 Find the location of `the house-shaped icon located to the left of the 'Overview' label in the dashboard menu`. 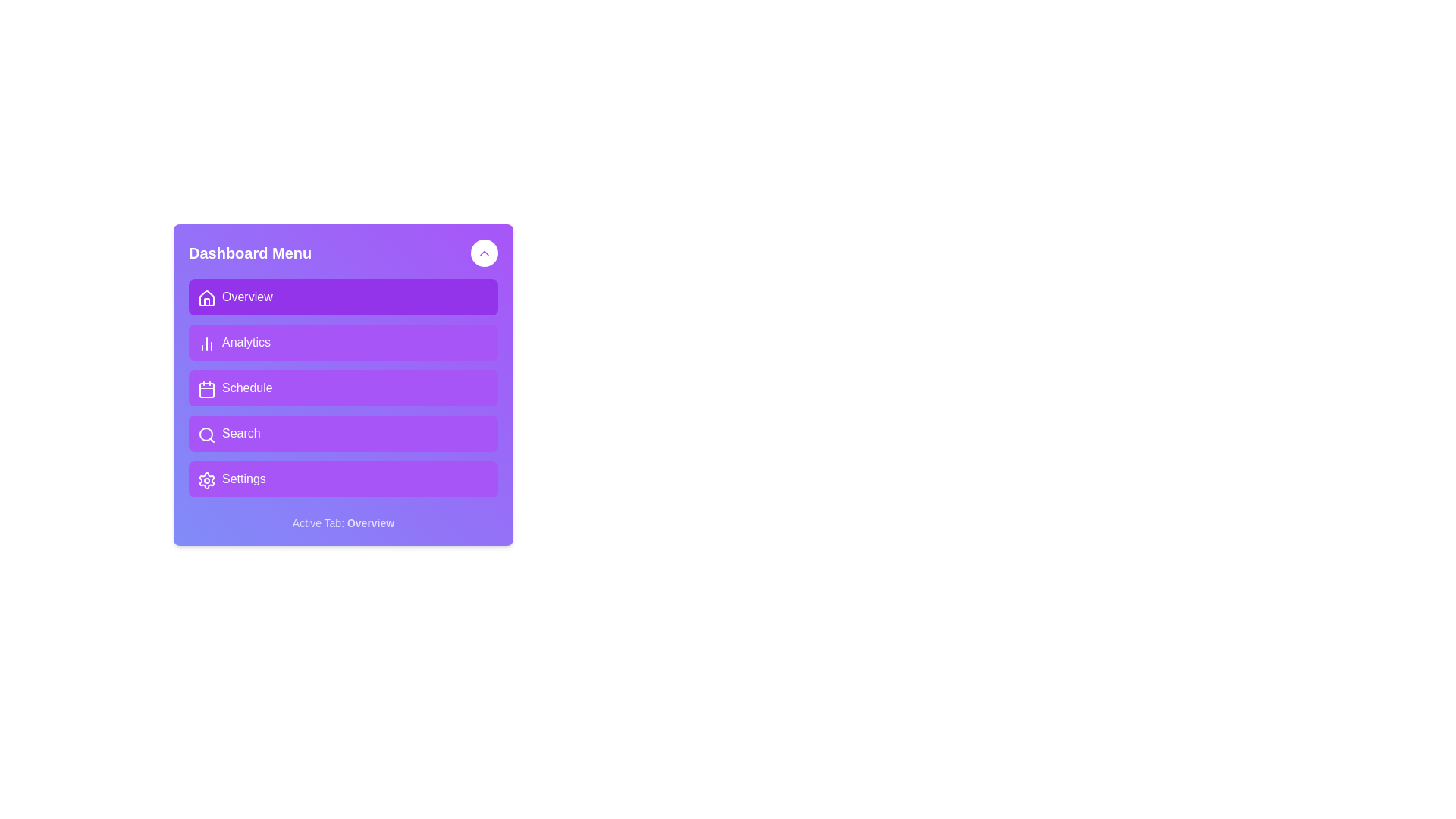

the house-shaped icon located to the left of the 'Overview' label in the dashboard menu is located at coordinates (206, 298).